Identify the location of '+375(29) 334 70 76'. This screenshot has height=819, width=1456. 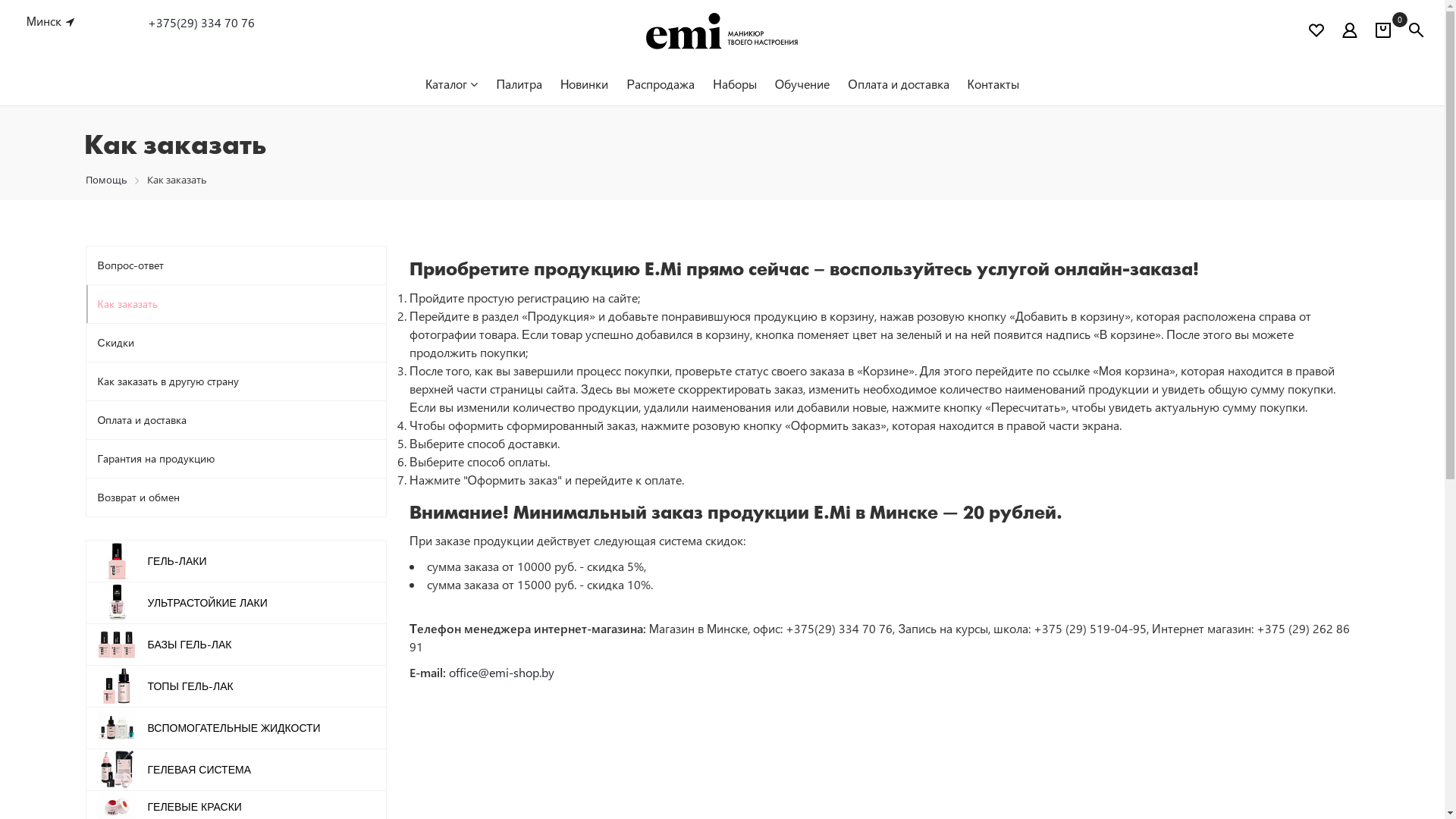
(148, 23).